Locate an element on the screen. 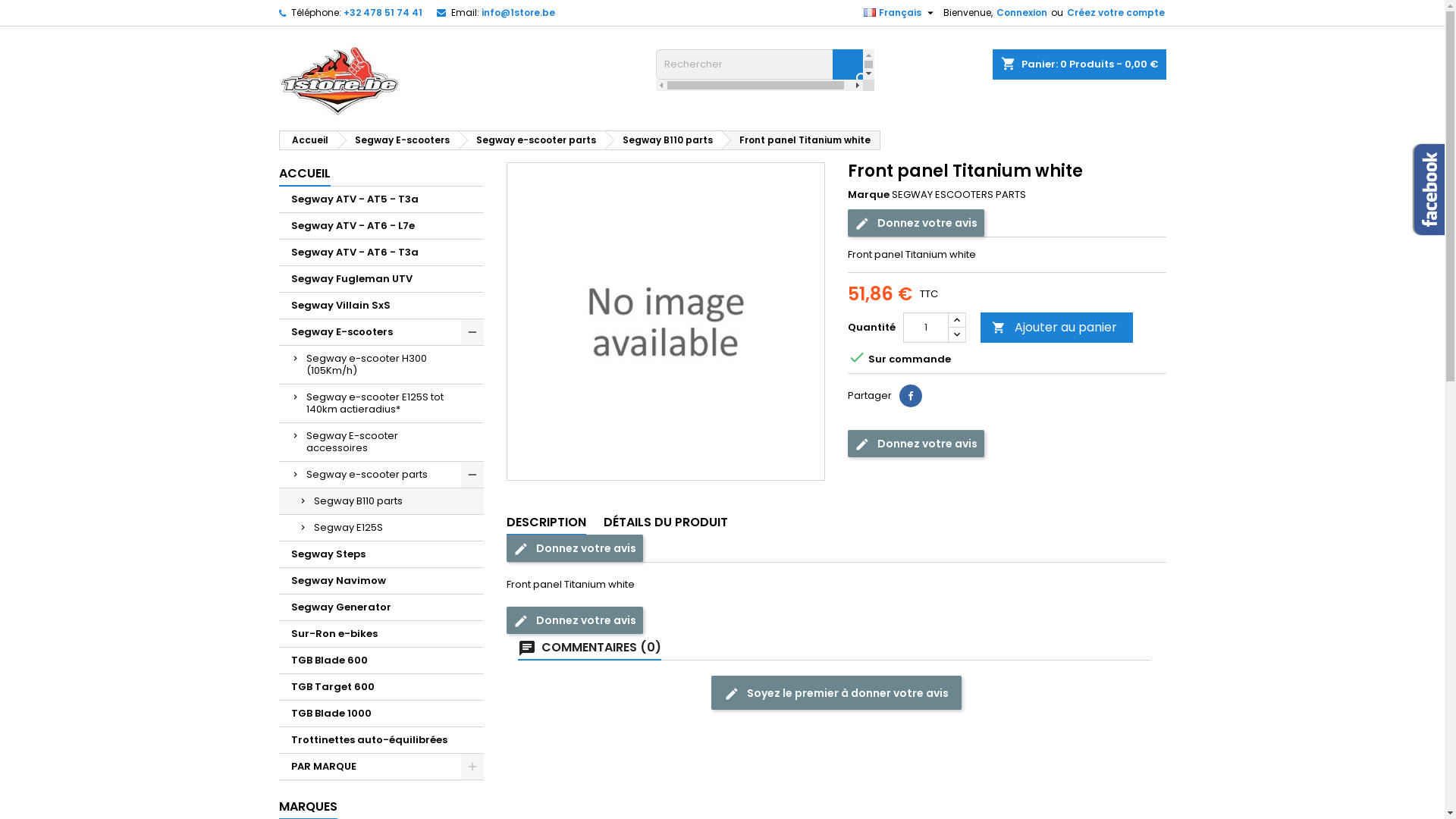 The height and width of the screenshot is (819, 1456). 'Segway e-scooter H300 (105Km/h)' is located at coordinates (381, 365).